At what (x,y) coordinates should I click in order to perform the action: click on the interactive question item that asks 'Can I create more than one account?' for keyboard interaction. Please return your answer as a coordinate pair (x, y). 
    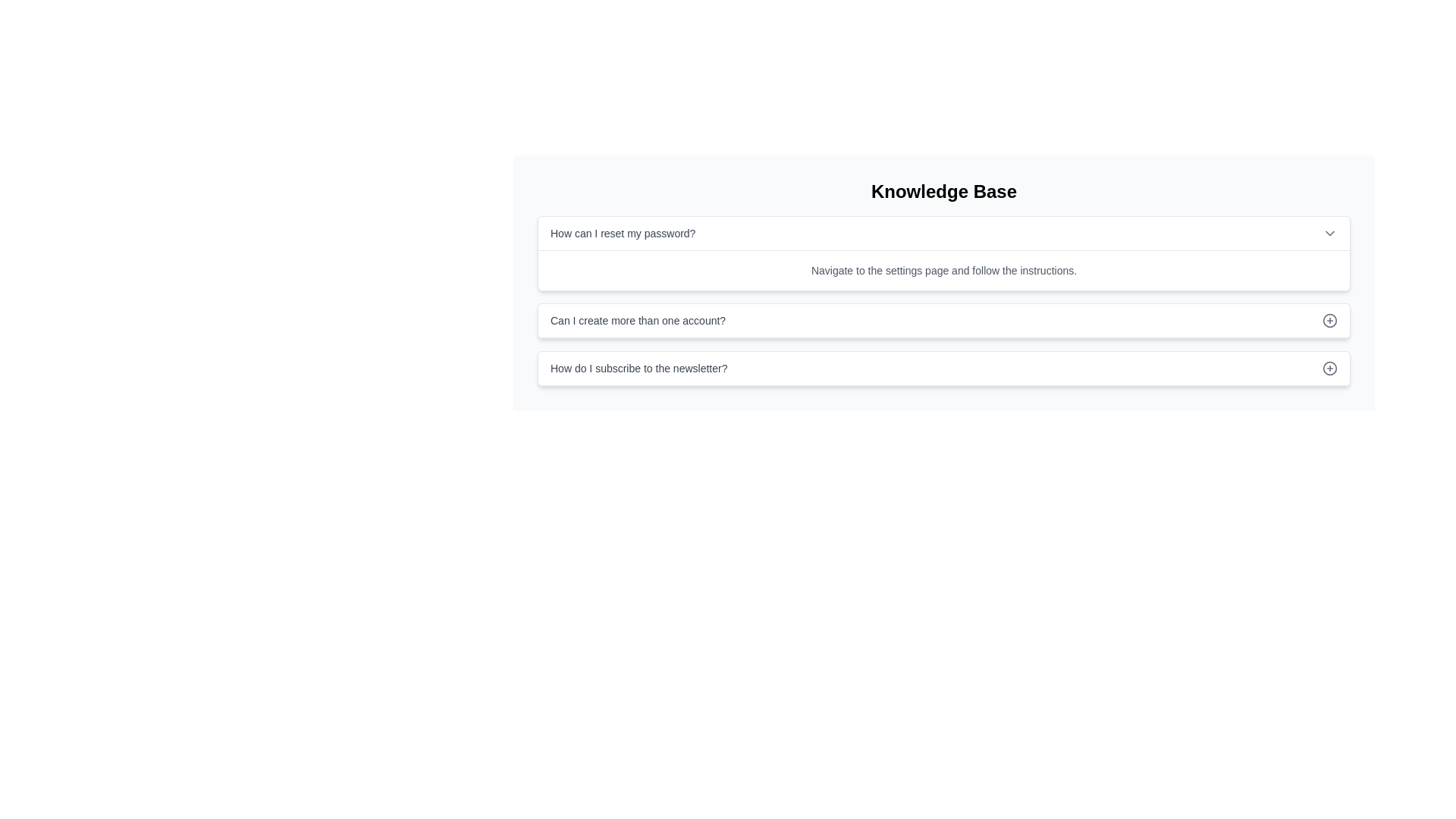
    Looking at the image, I should click on (943, 320).